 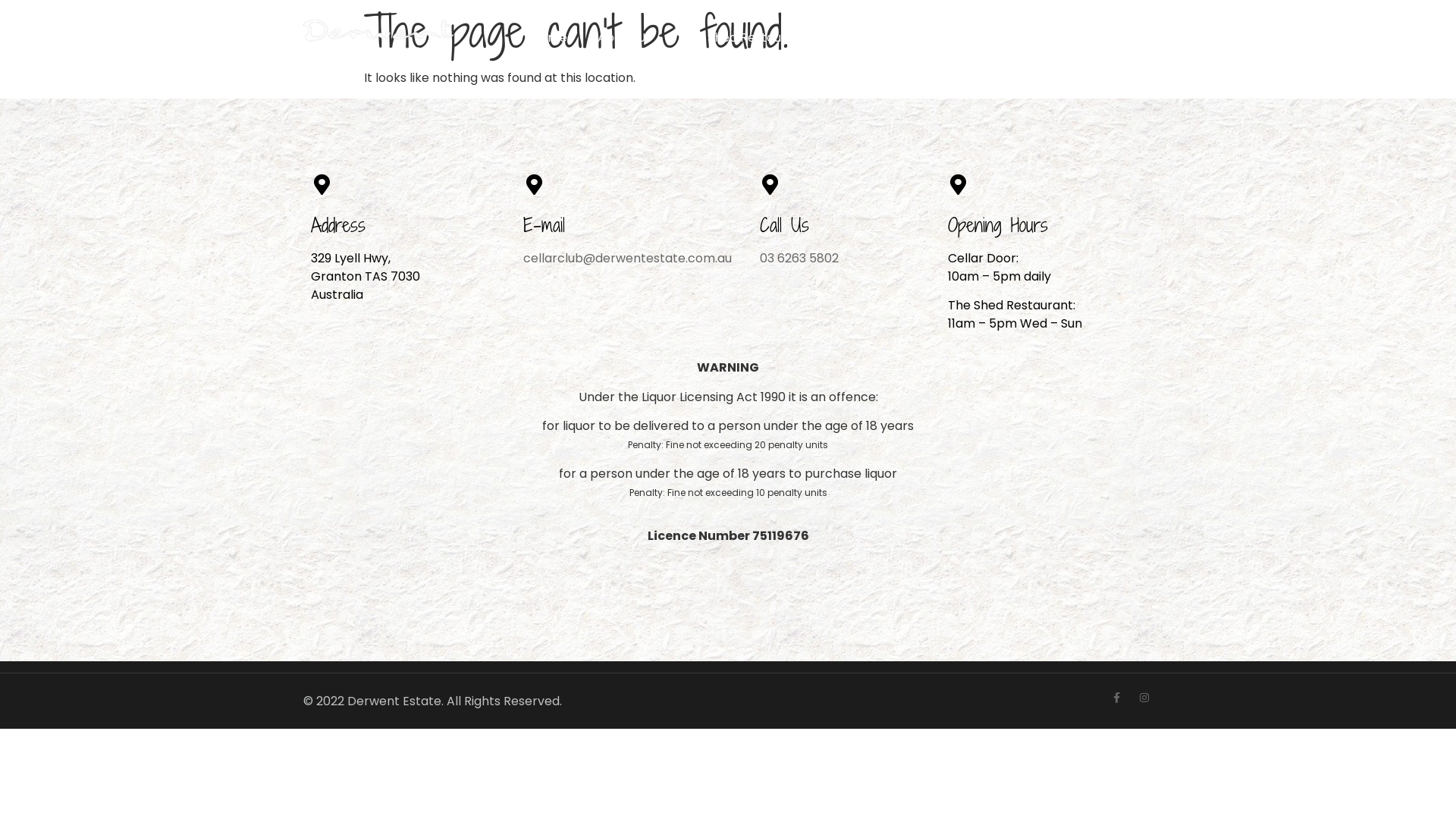 What do you see at coordinates (1012, 37) in the screenshot?
I see `'Contact'` at bounding box center [1012, 37].